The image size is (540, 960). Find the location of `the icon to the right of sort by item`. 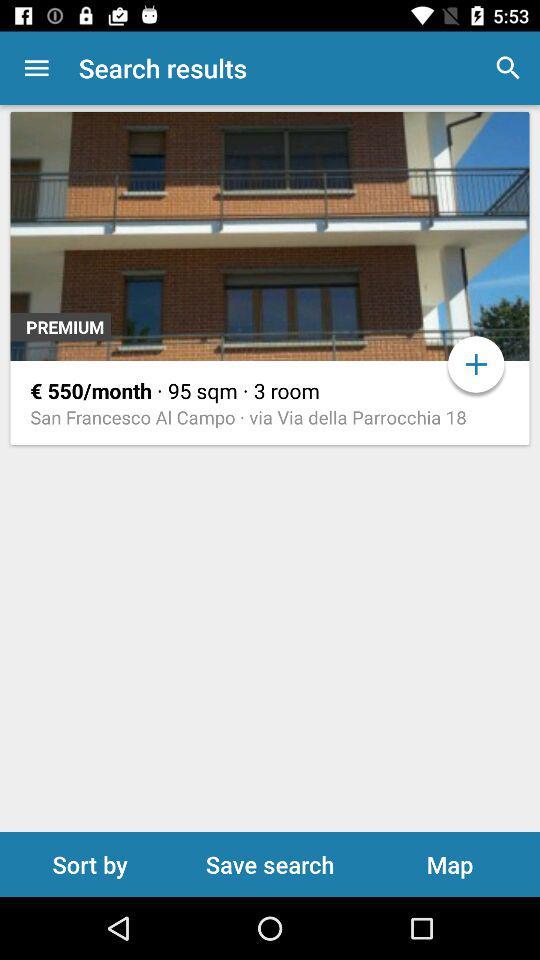

the icon to the right of sort by item is located at coordinates (270, 863).